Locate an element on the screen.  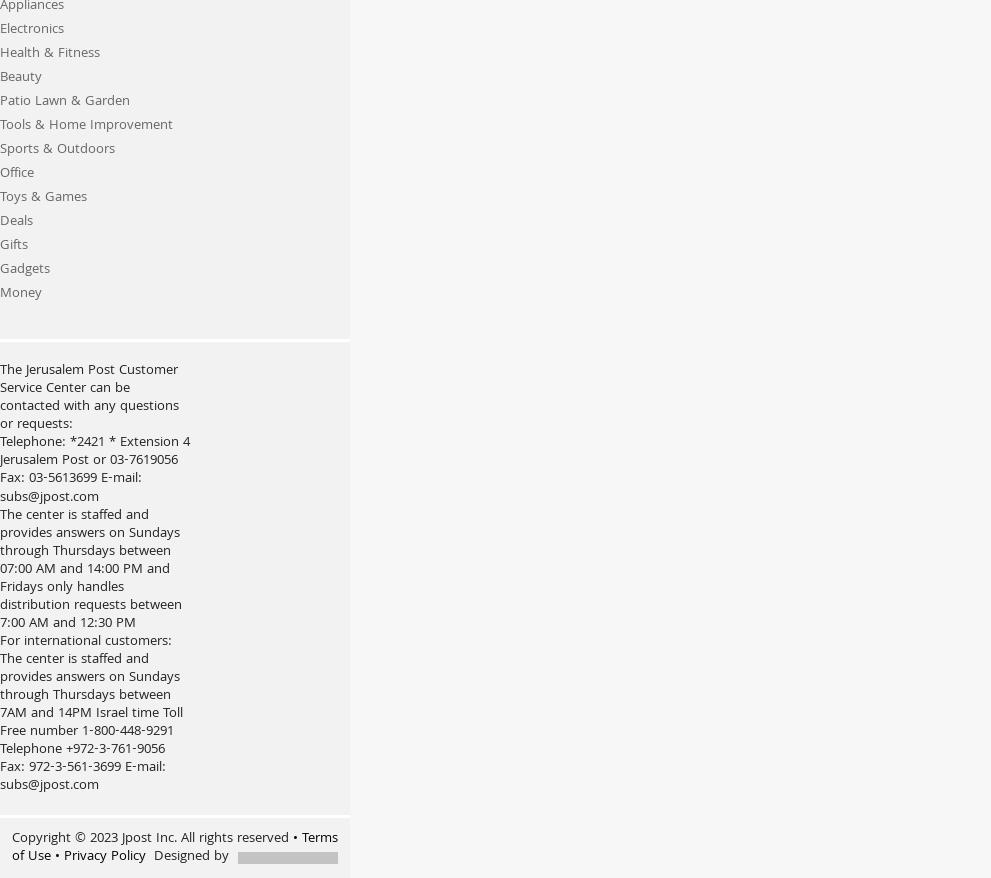
'The Jerusalem Post Customer Service Center can be contacted with any questions or requests:' is located at coordinates (89, 397).